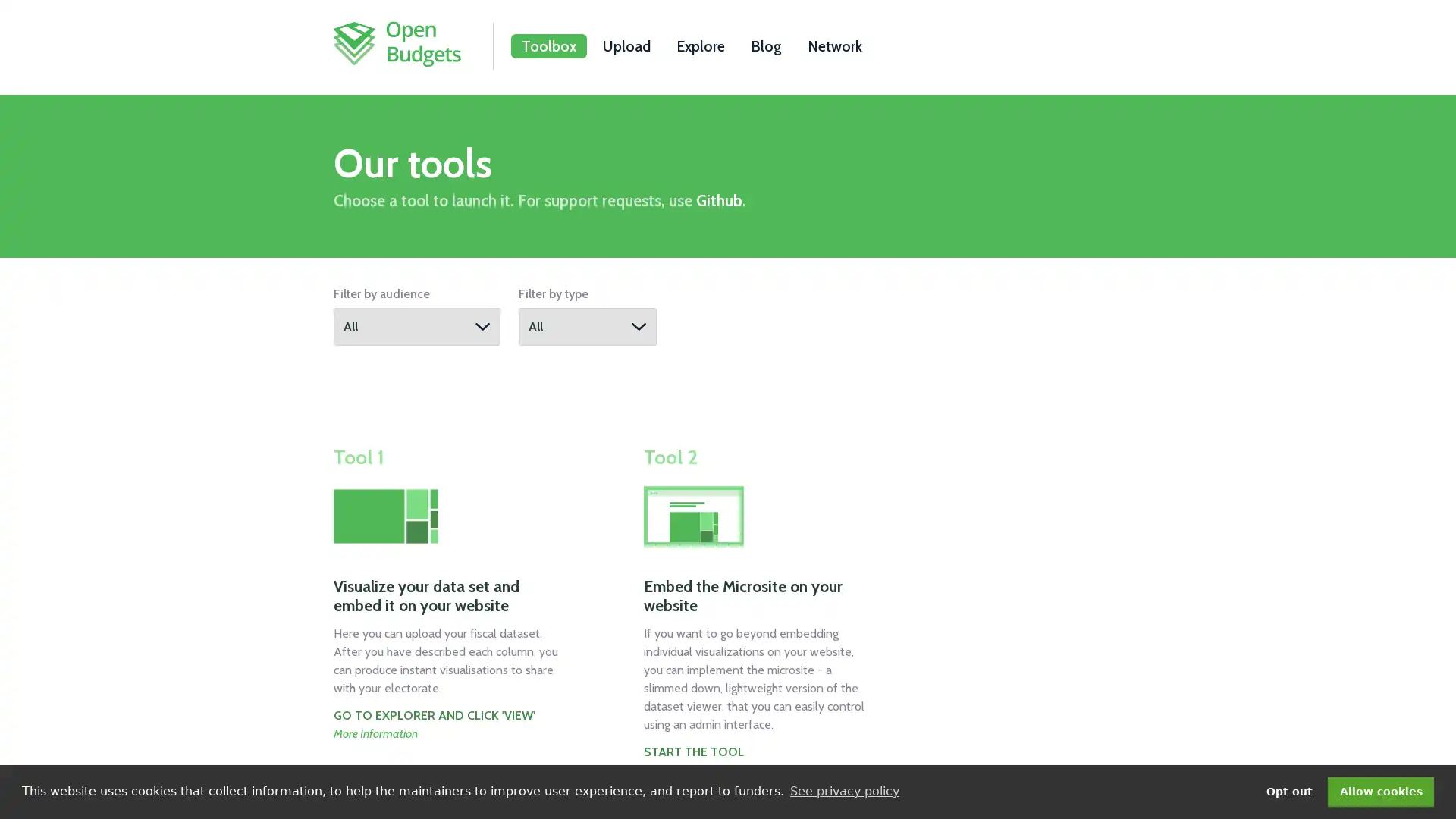 This screenshot has width=1456, height=819. I want to click on learn more about cookies, so click(843, 791).